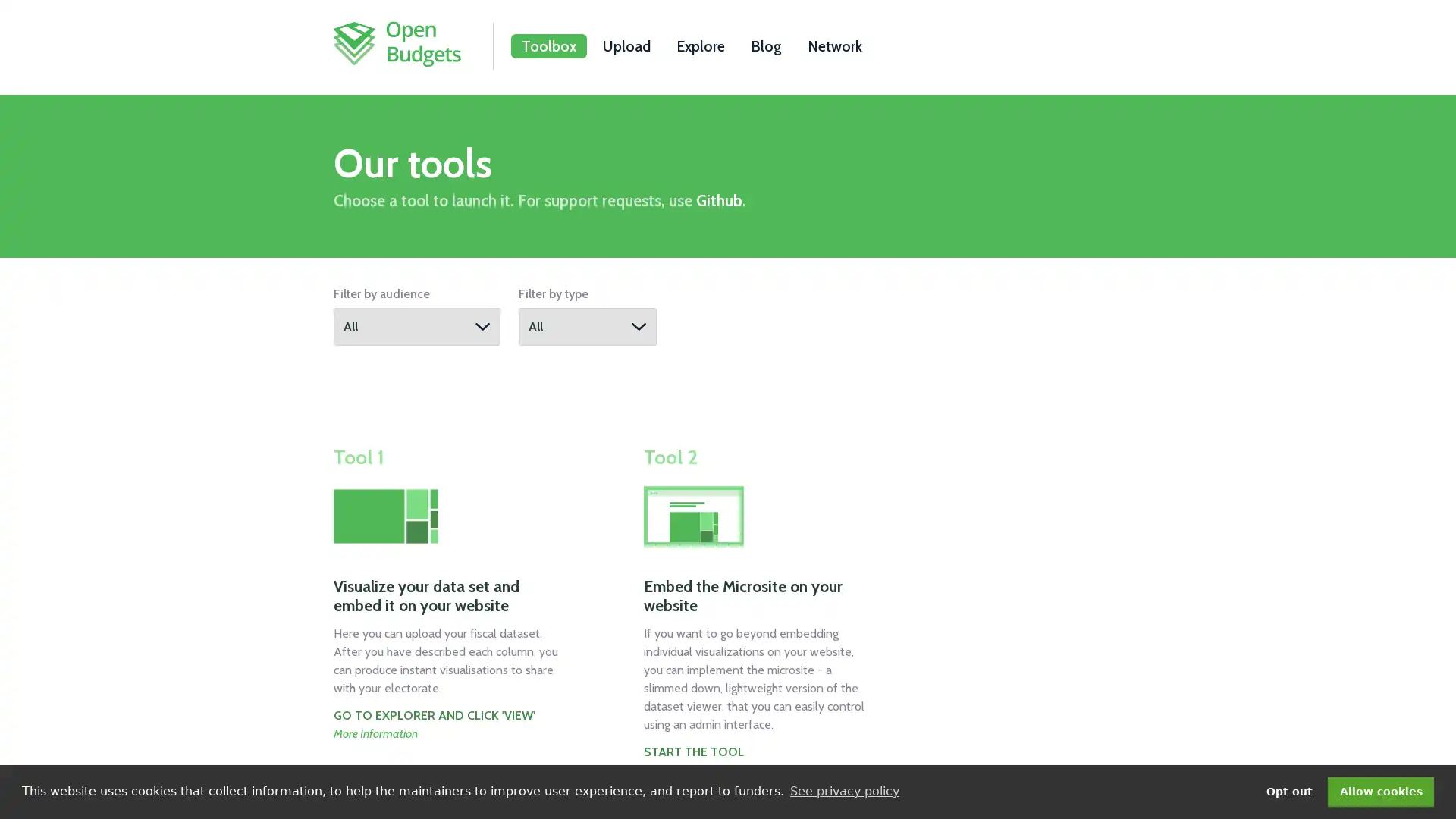 This screenshot has width=1456, height=819. I want to click on learn more about cookies, so click(843, 791).